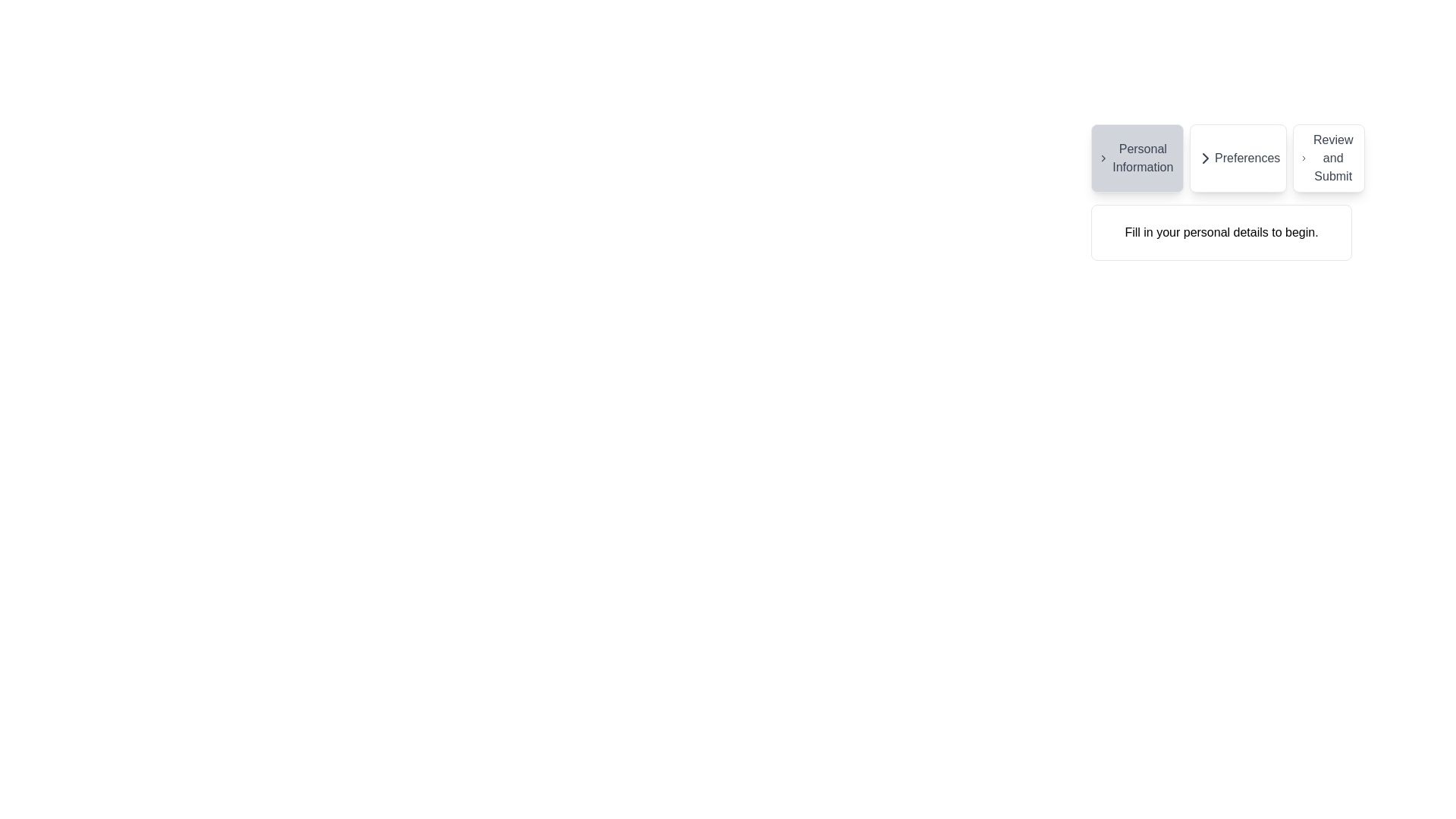 This screenshot has height=819, width=1456. I want to click on the step button labeled 'Review and Submit' to navigate to that step, so click(1328, 158).